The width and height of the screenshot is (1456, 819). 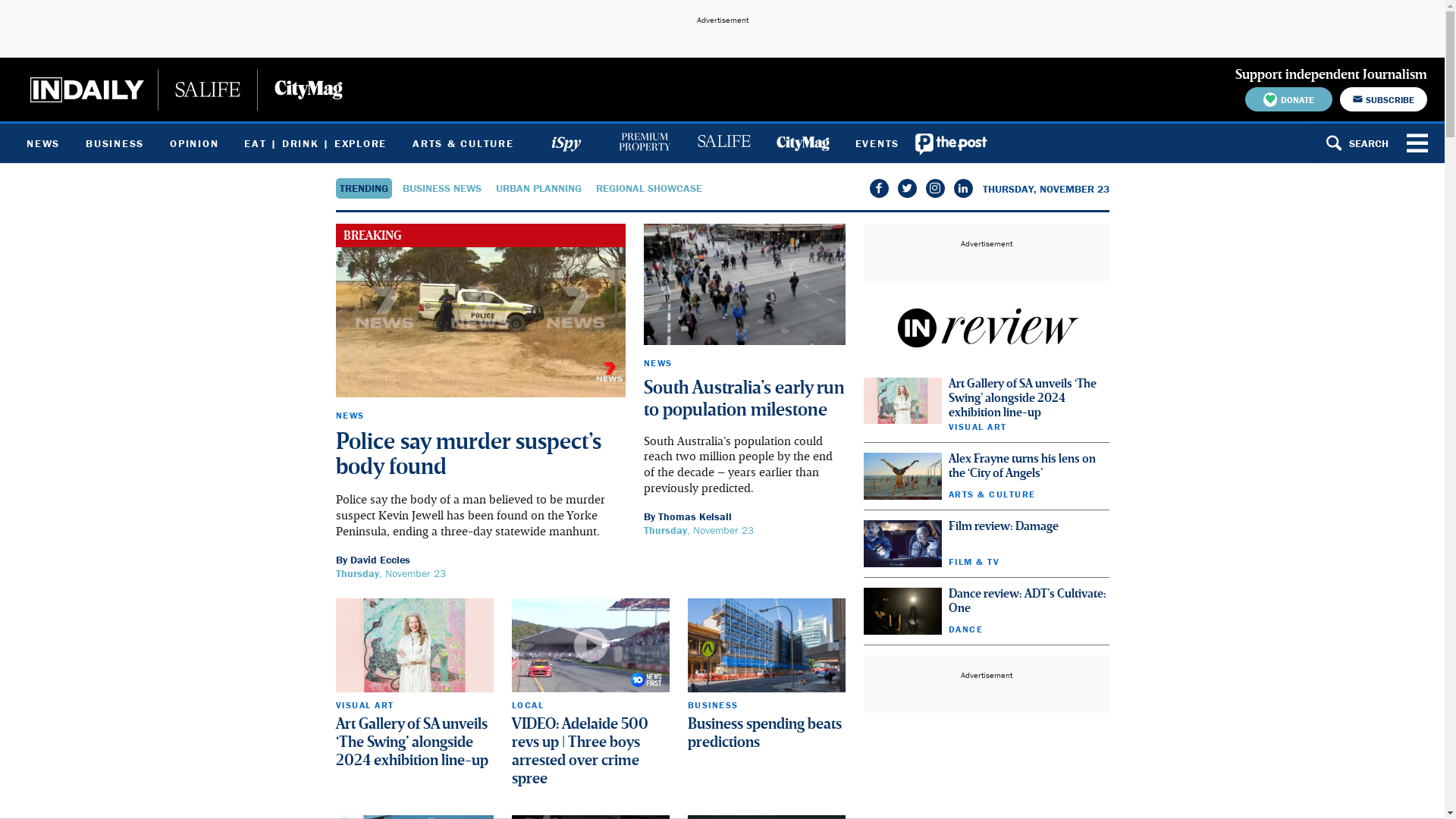 What do you see at coordinates (694, 516) in the screenshot?
I see `'Thomas Kelsall'` at bounding box center [694, 516].